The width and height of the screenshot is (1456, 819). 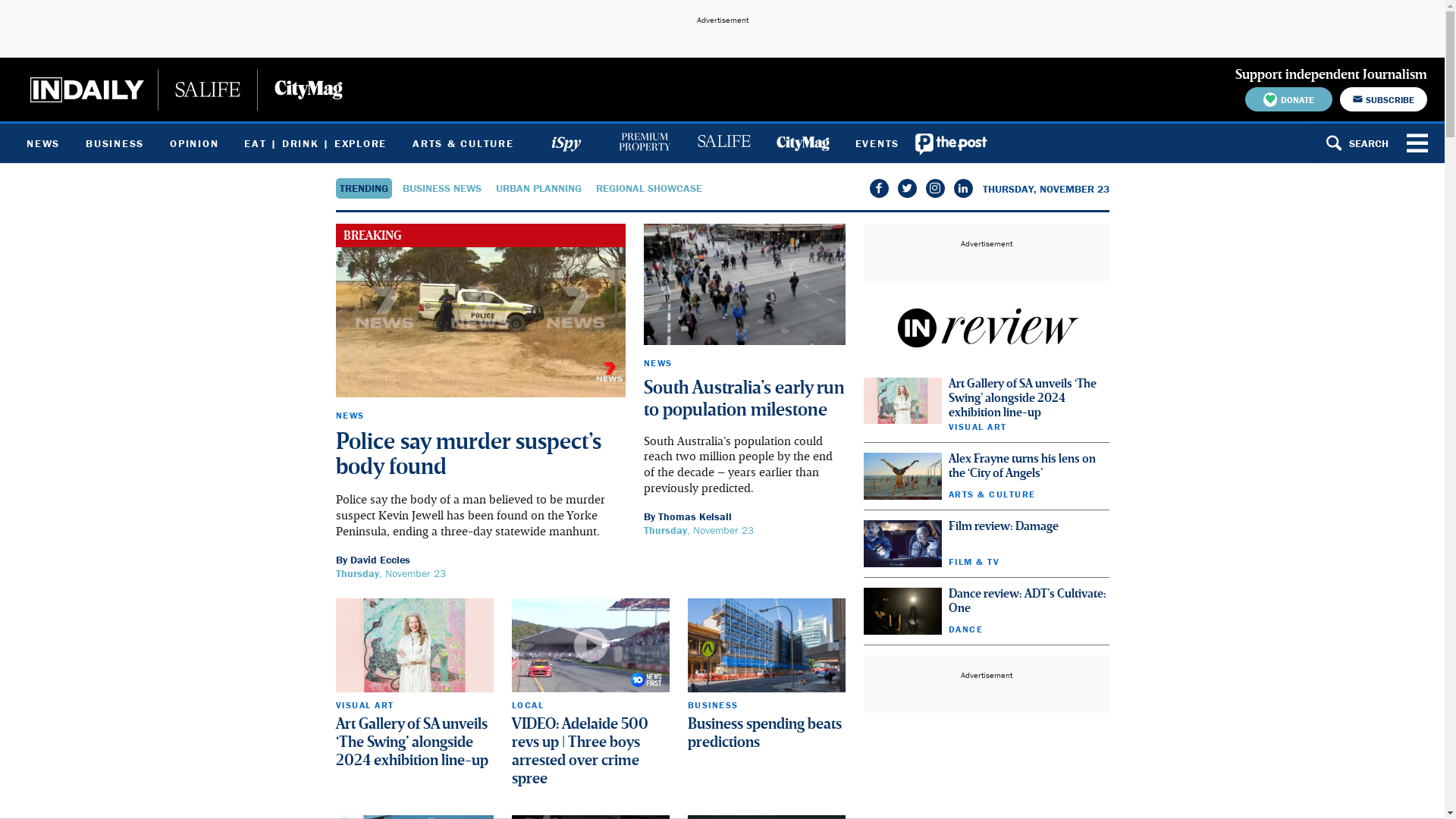 What do you see at coordinates (694, 516) in the screenshot?
I see `'Thomas Kelsall'` at bounding box center [694, 516].